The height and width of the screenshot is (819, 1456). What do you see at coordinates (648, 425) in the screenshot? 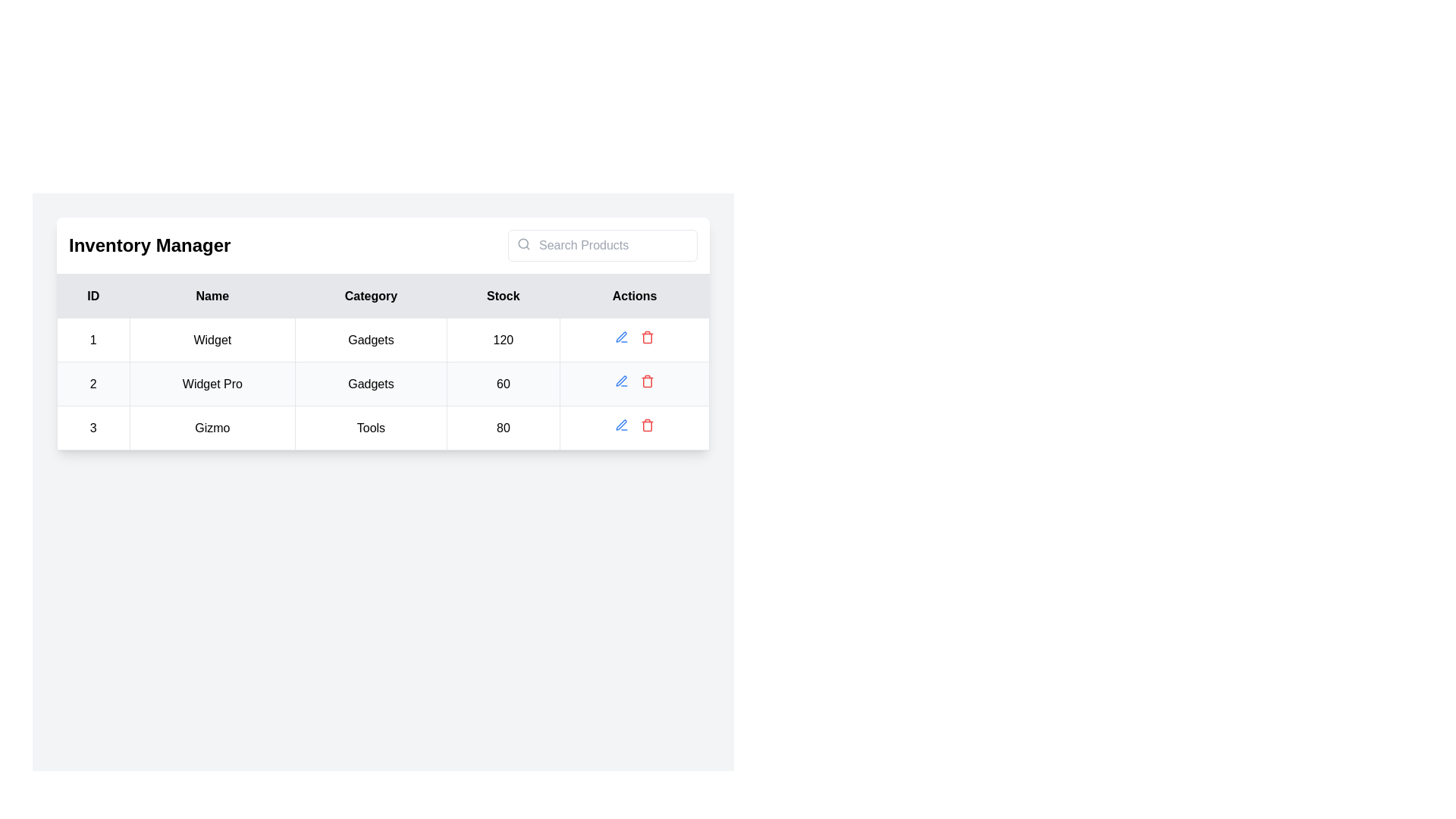
I see `the red trash bin icon located in the 'Actions' column of the third row of the table` at bounding box center [648, 425].